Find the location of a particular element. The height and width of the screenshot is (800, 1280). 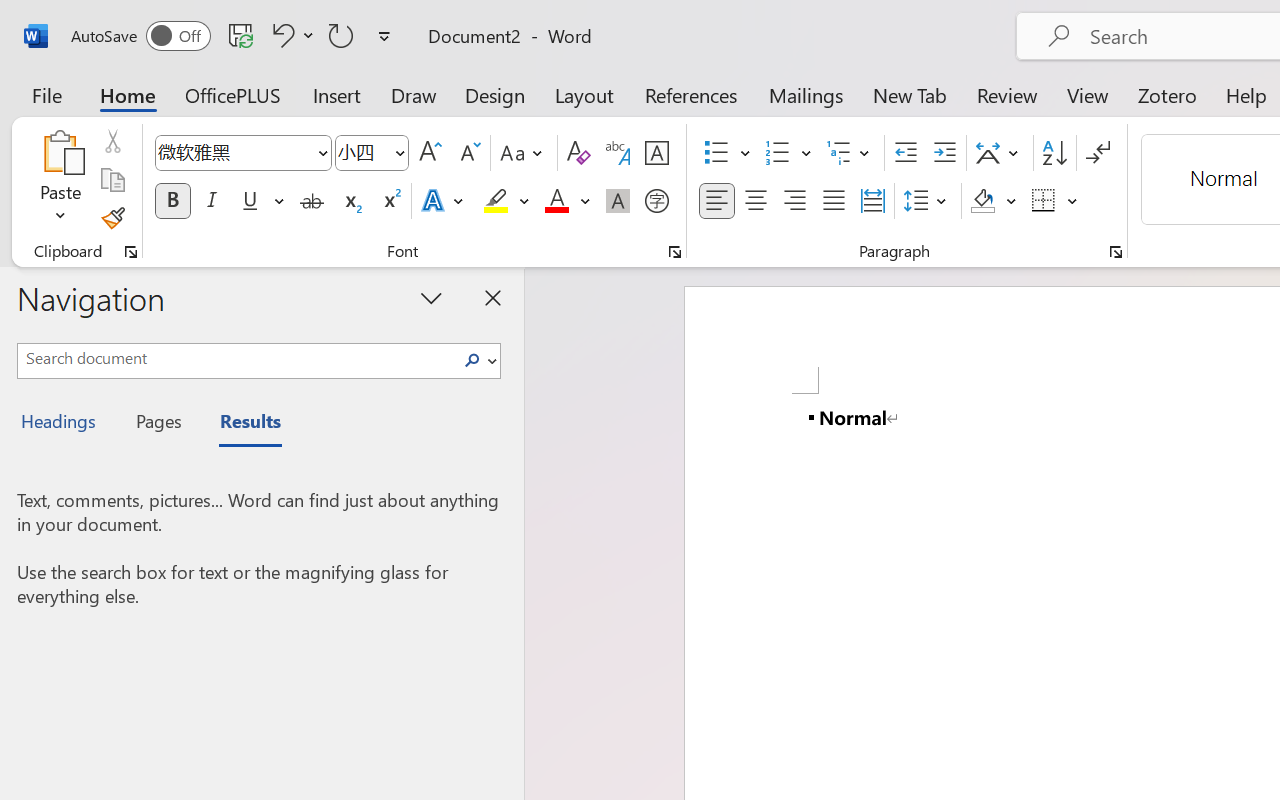

'Character Border' is located at coordinates (656, 153).